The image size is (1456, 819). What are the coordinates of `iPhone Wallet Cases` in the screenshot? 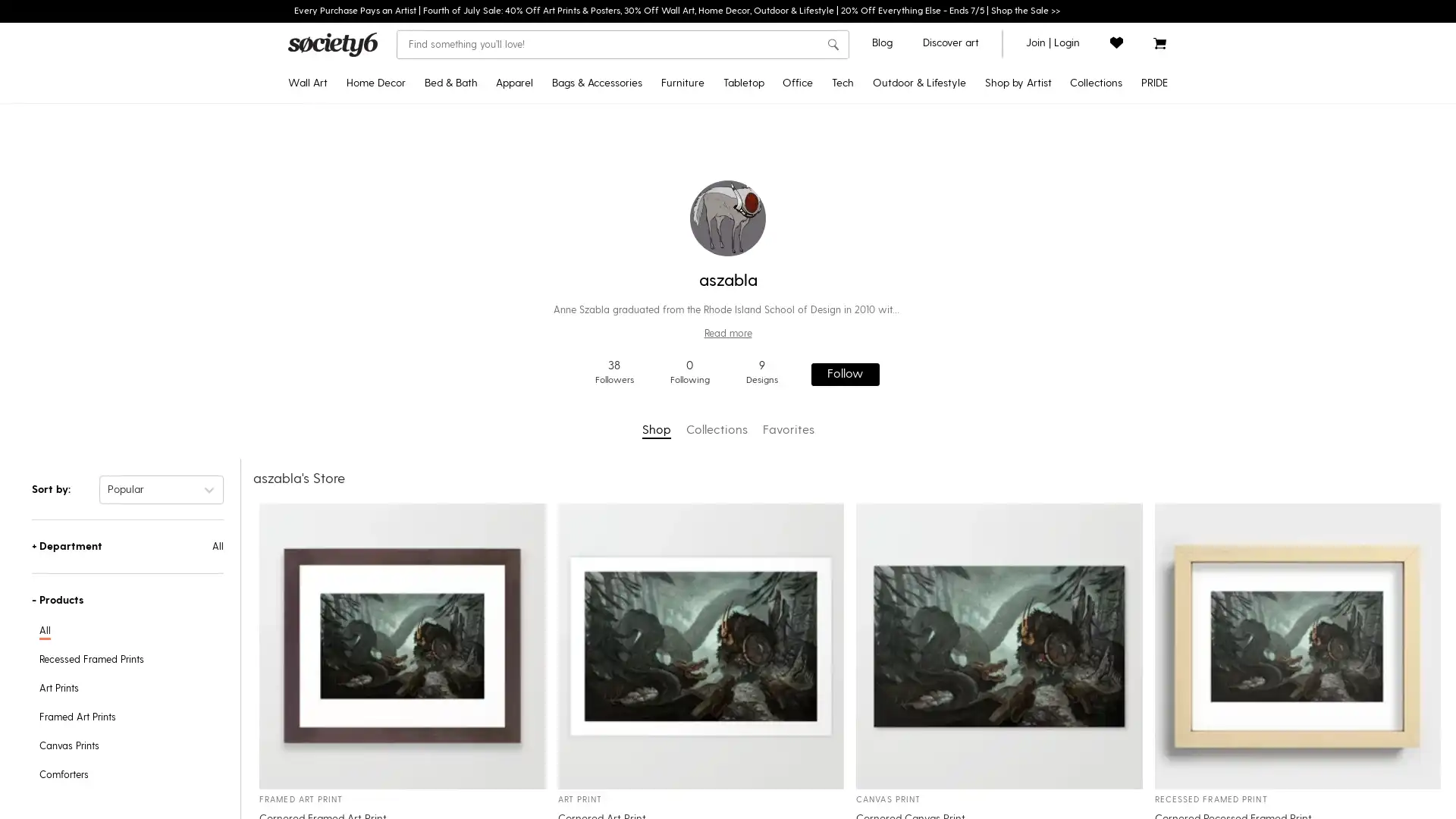 It's located at (896, 170).